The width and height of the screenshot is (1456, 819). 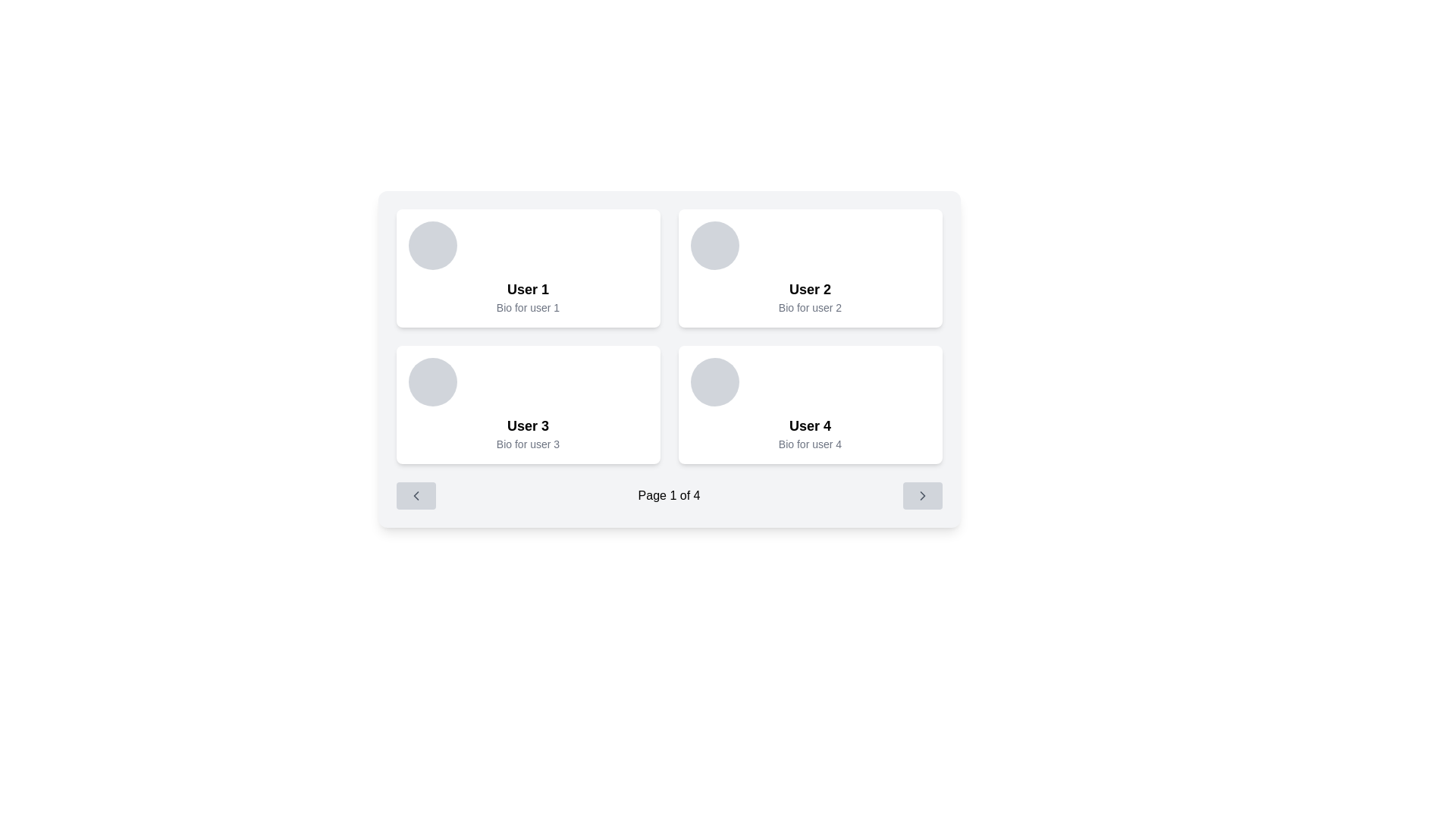 I want to click on the text 'Bio for user 2' located below the bolded title 'User 2' within the user card, so click(x=809, y=307).